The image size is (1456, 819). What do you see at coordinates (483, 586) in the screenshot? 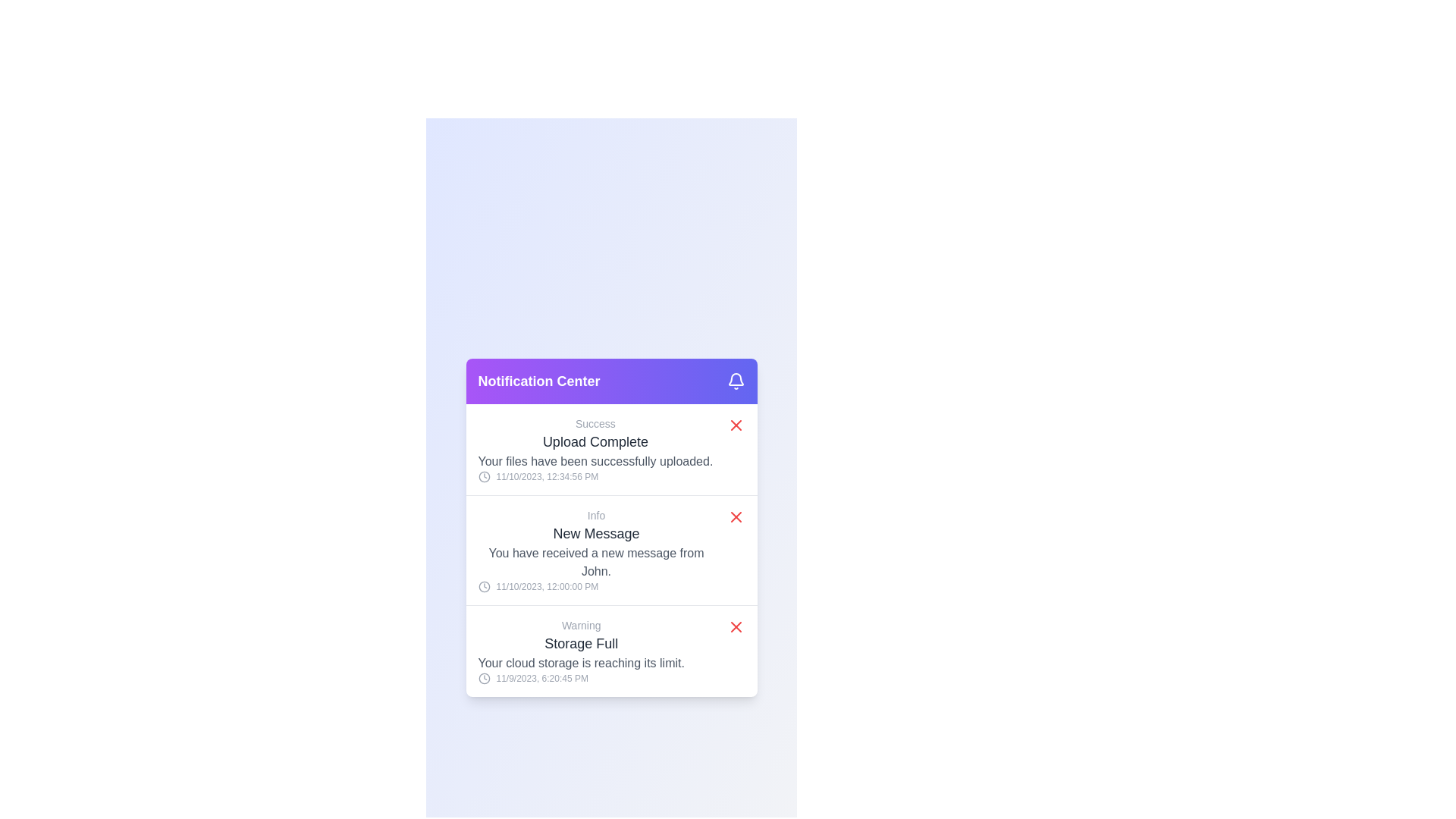
I see `the SVG circle element which represents the outline of a clock face in the second notification card, located to the left of the timestamp '11/10/2023, 12:00:00 PM'` at bounding box center [483, 586].